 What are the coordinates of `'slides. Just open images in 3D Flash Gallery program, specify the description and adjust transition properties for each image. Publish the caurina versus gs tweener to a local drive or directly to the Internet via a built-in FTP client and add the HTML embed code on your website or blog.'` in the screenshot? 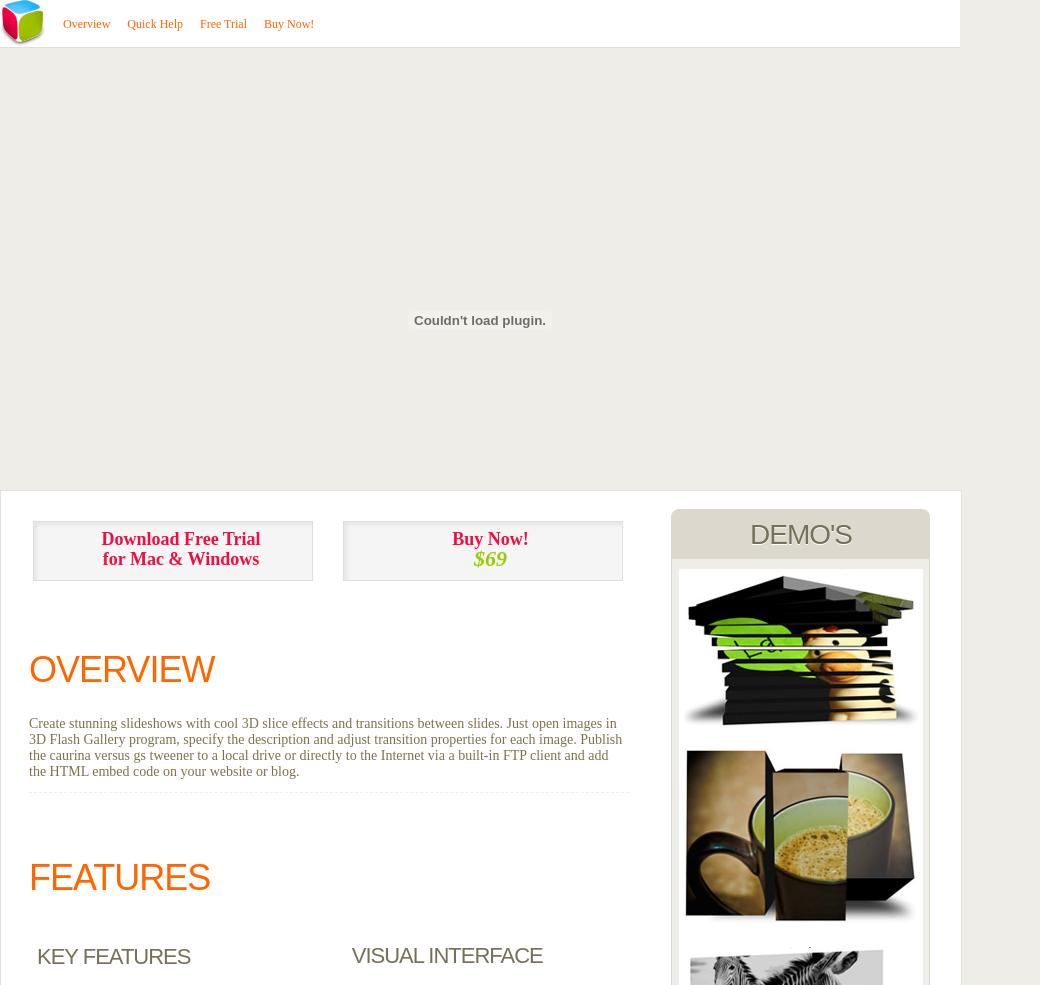 It's located at (324, 747).